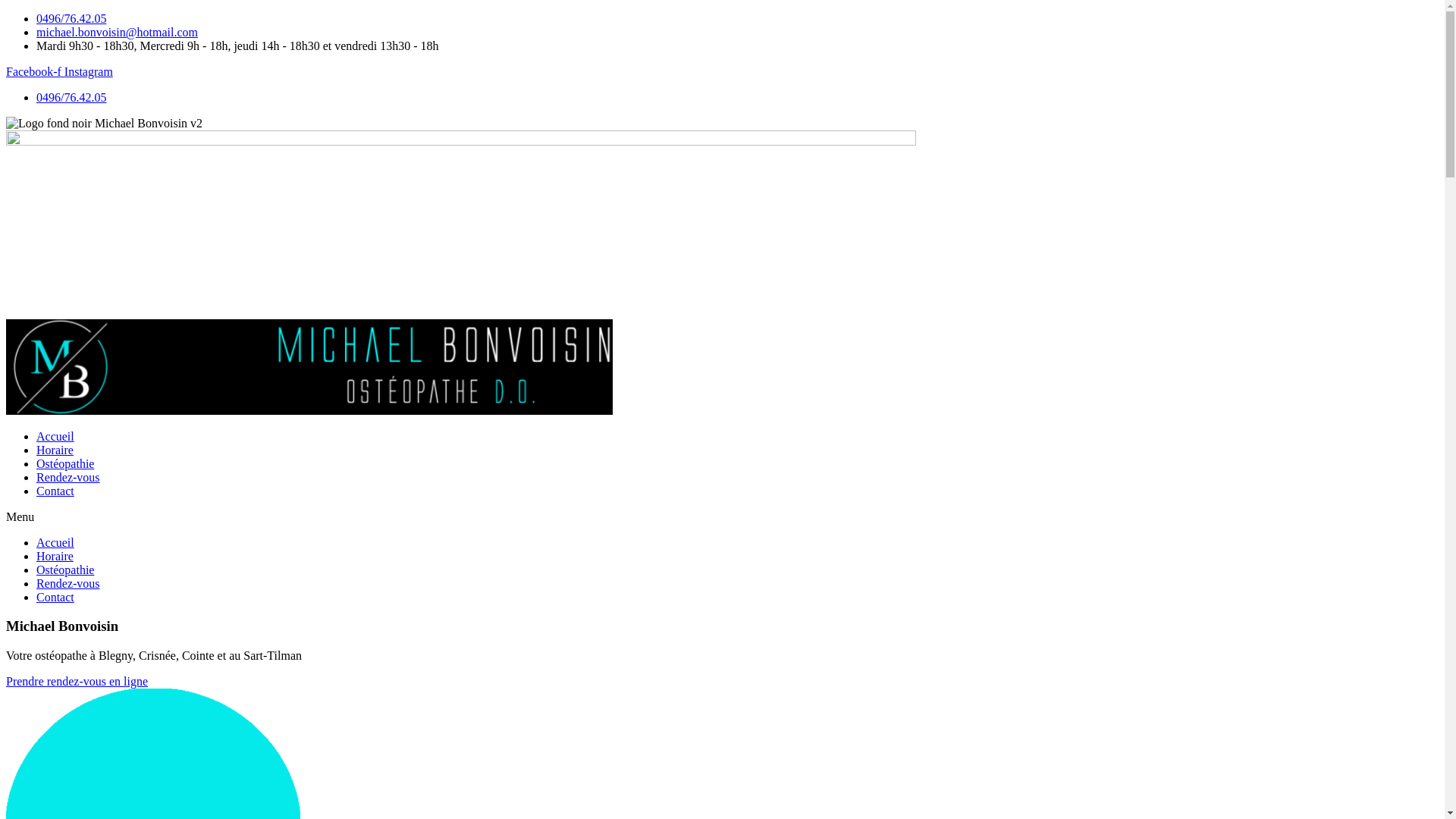 The image size is (1456, 819). I want to click on 'Accueil', so click(55, 436).